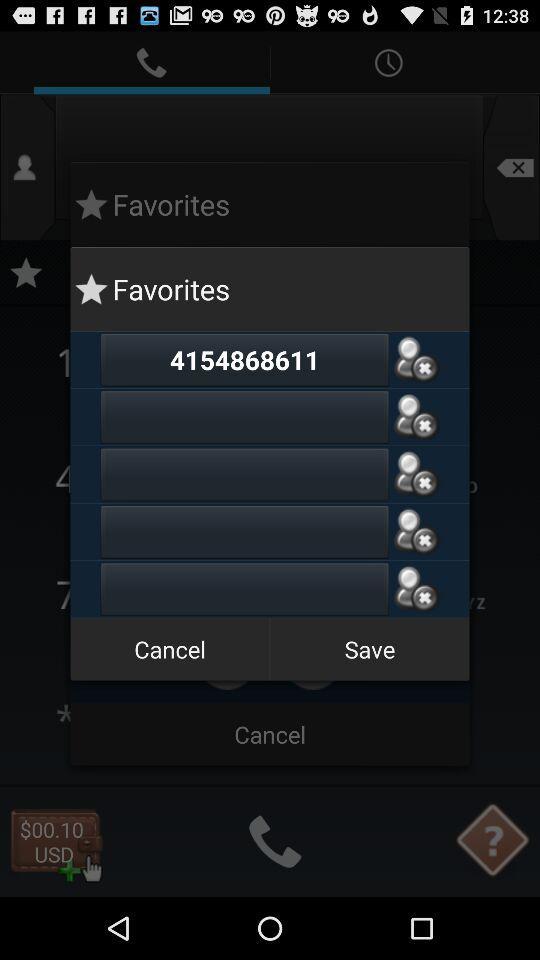 This screenshot has height=960, width=540. Describe the element at coordinates (415, 589) in the screenshot. I see `delete favorite` at that location.